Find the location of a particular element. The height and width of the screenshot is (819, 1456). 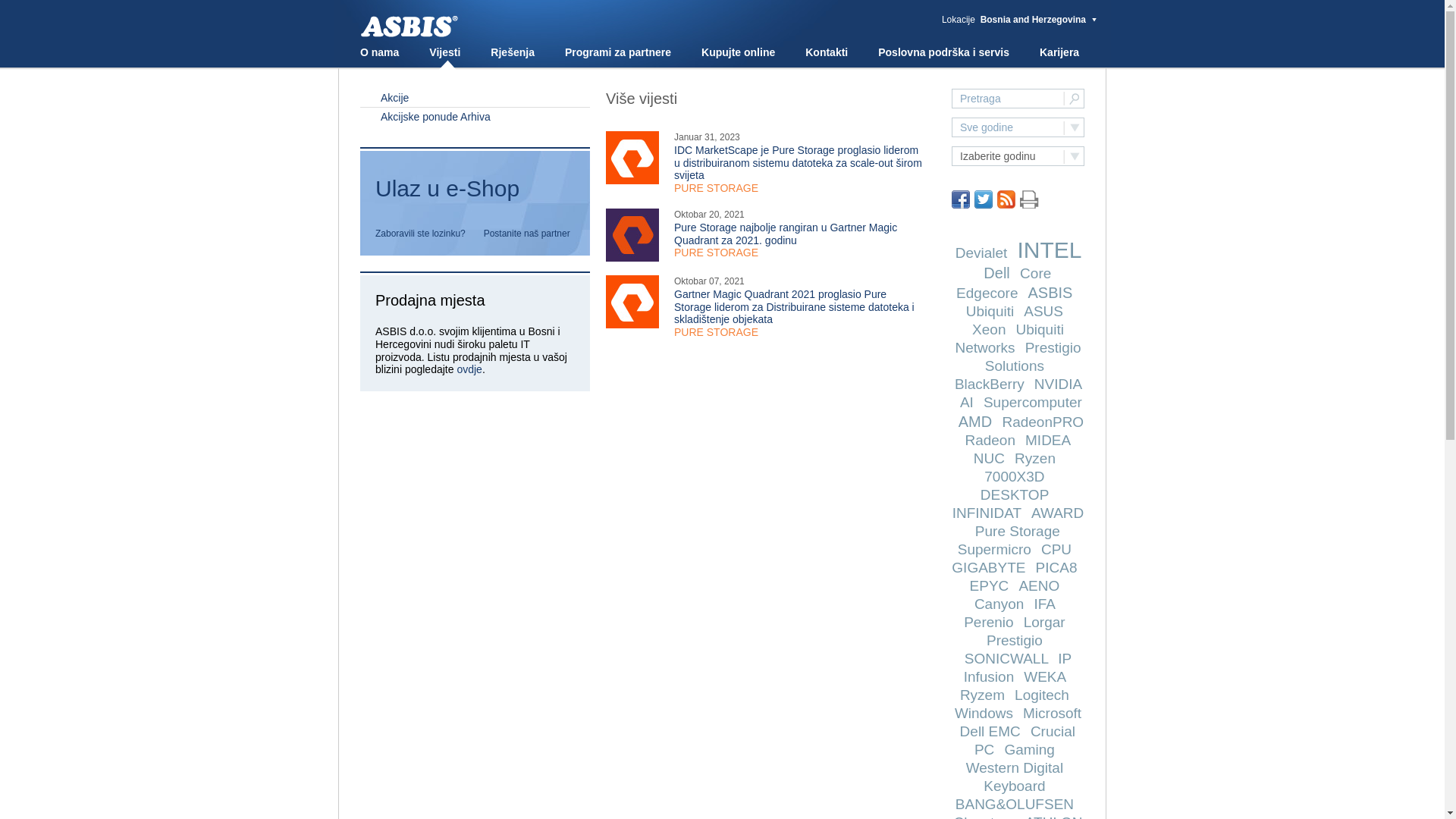

'SONICWALL' is located at coordinates (1006, 657).